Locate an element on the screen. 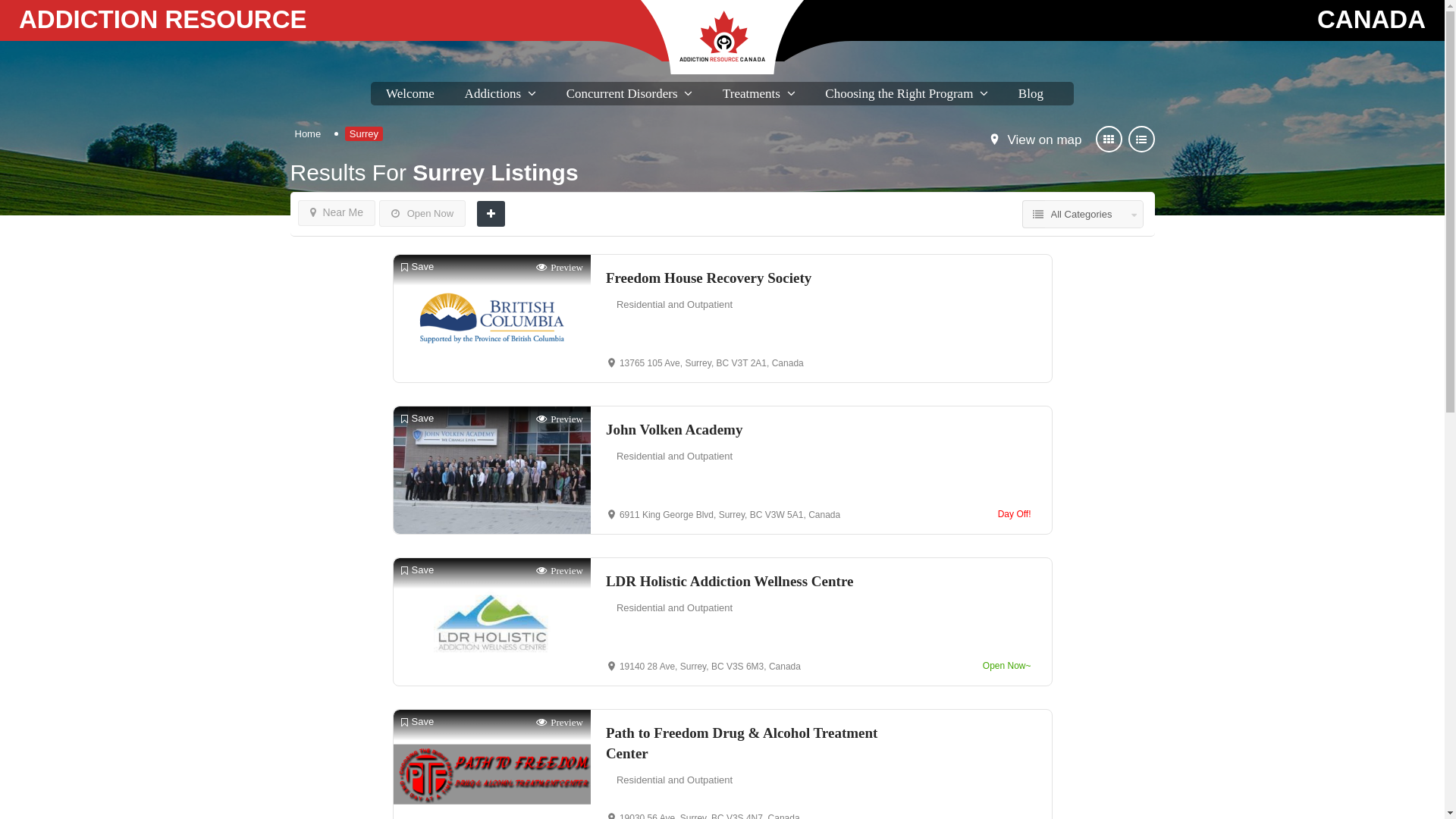 The height and width of the screenshot is (819, 1456). 'Near Me' is located at coordinates (335, 213).